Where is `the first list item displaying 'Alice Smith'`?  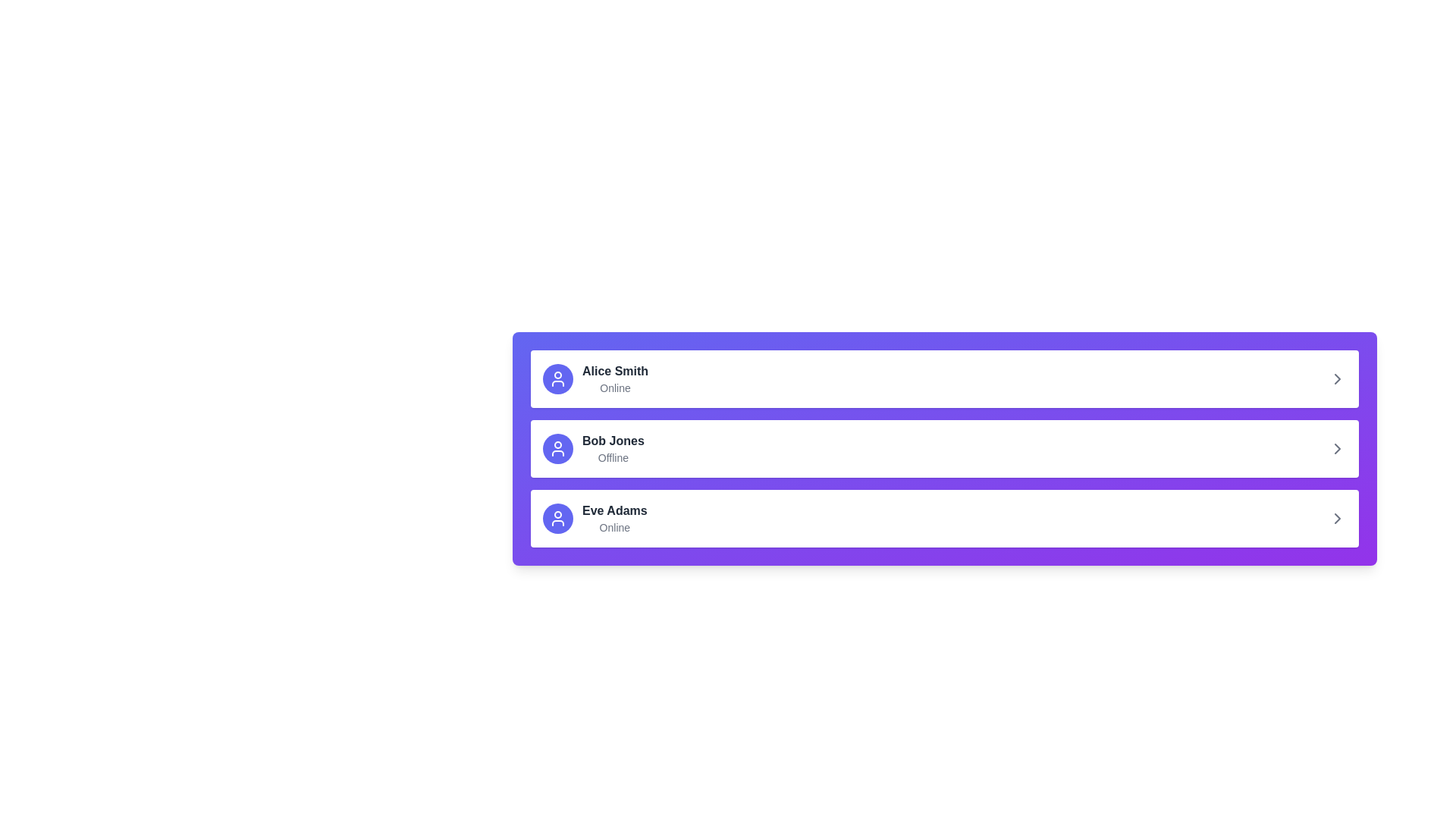 the first list item displaying 'Alice Smith' is located at coordinates (944, 378).